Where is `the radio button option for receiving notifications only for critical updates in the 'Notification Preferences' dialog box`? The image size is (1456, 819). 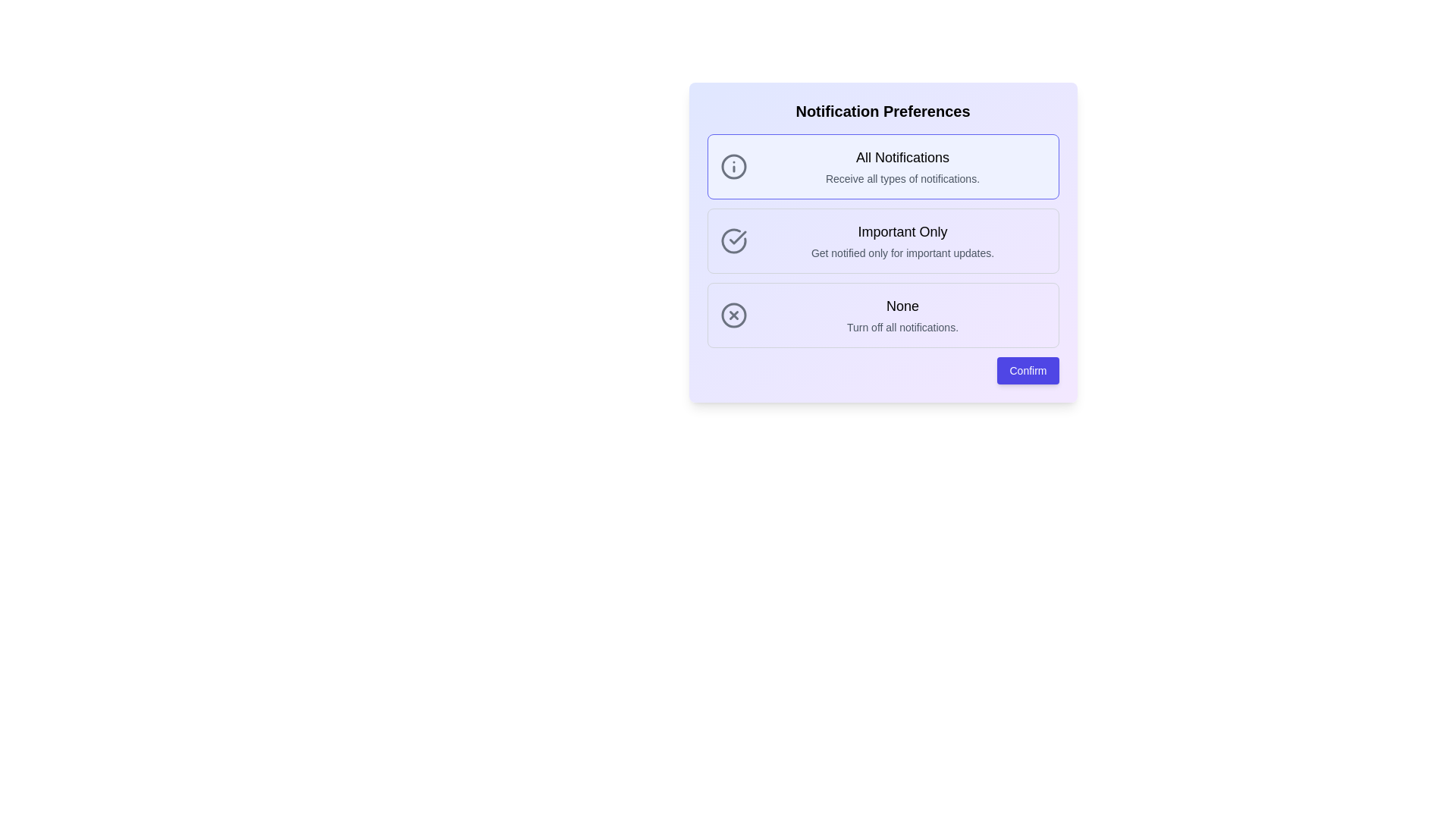 the radio button option for receiving notifications only for critical updates in the 'Notification Preferences' dialog box is located at coordinates (883, 240).